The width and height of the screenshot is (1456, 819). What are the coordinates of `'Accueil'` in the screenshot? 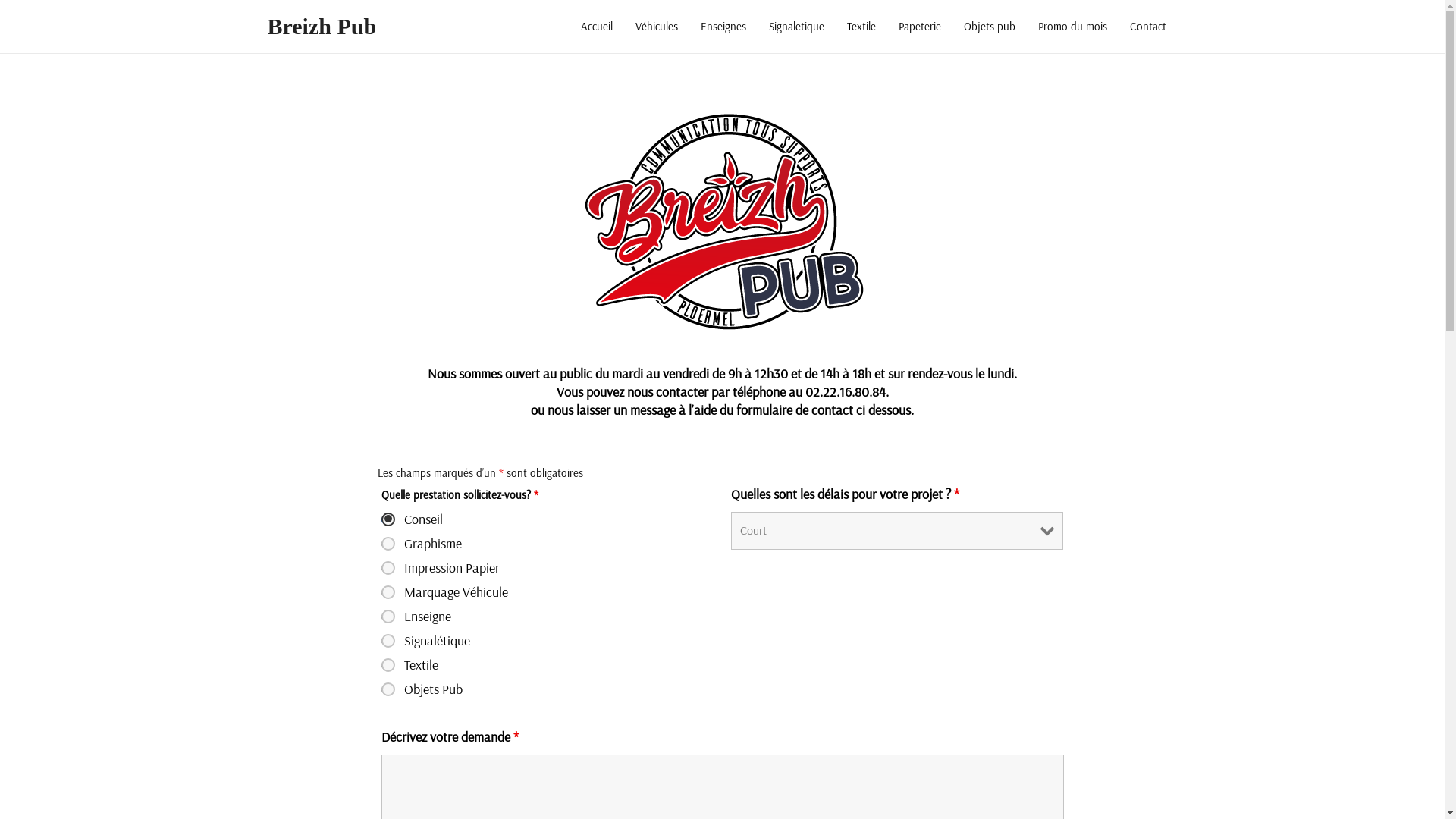 It's located at (595, 26).